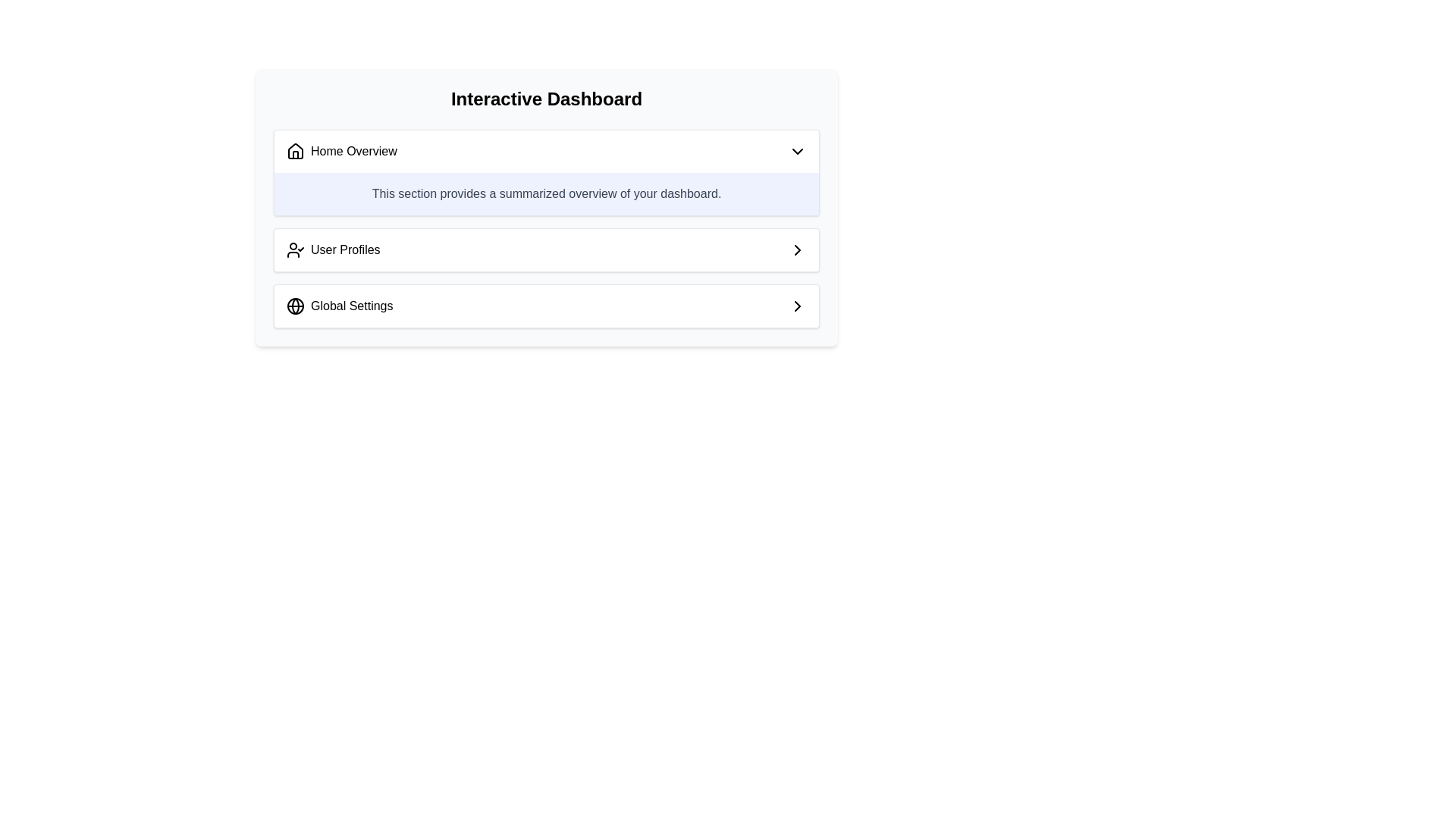 The height and width of the screenshot is (819, 1456). Describe the element at coordinates (546, 99) in the screenshot. I see `the prominently displayed header 'Interactive Dashboard' at the top-center of the card-like interface` at that location.